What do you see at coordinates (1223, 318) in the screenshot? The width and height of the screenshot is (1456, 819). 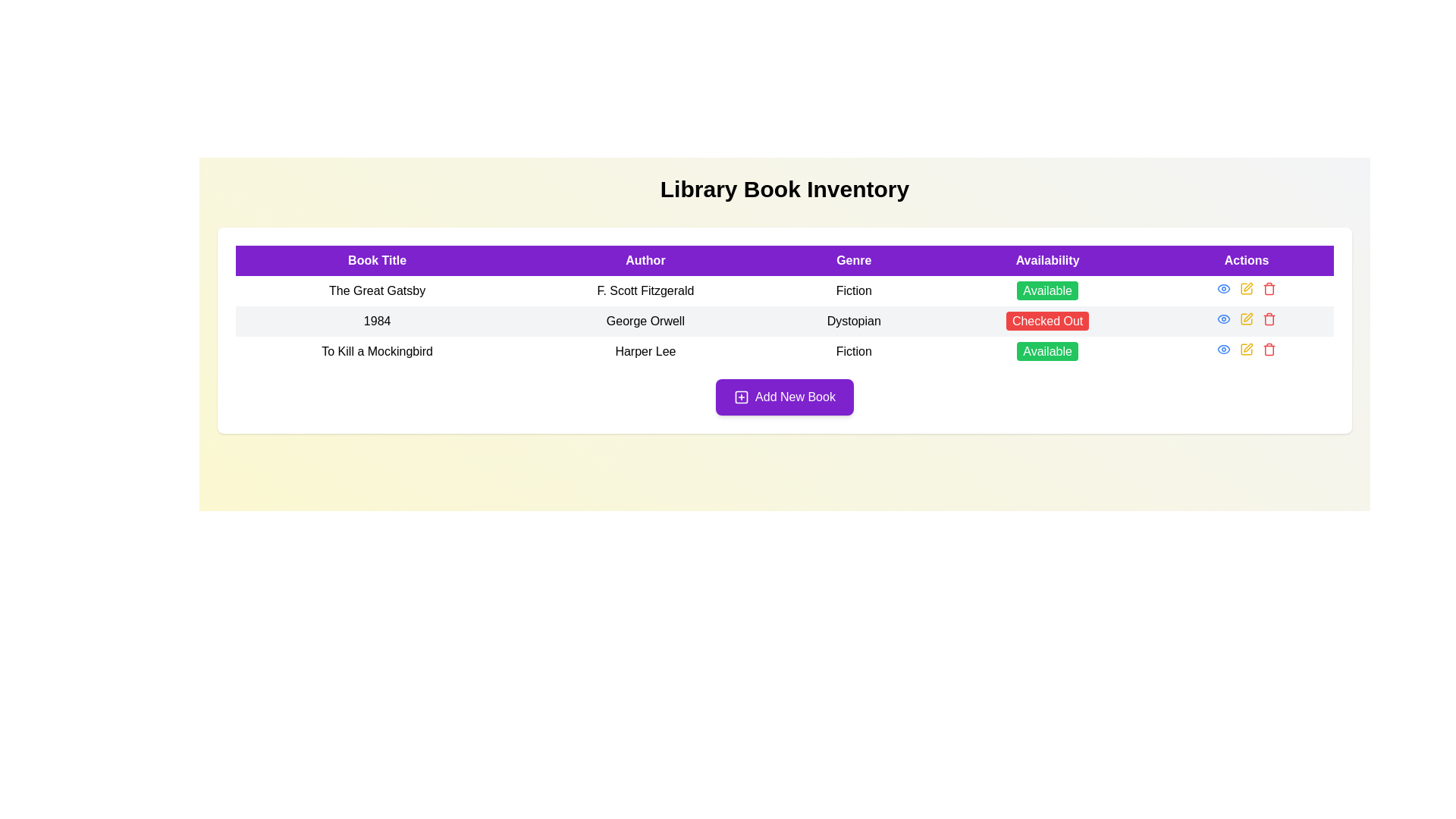 I see `the view icon button located in the 'Actions' column of the second row of the table` at bounding box center [1223, 318].